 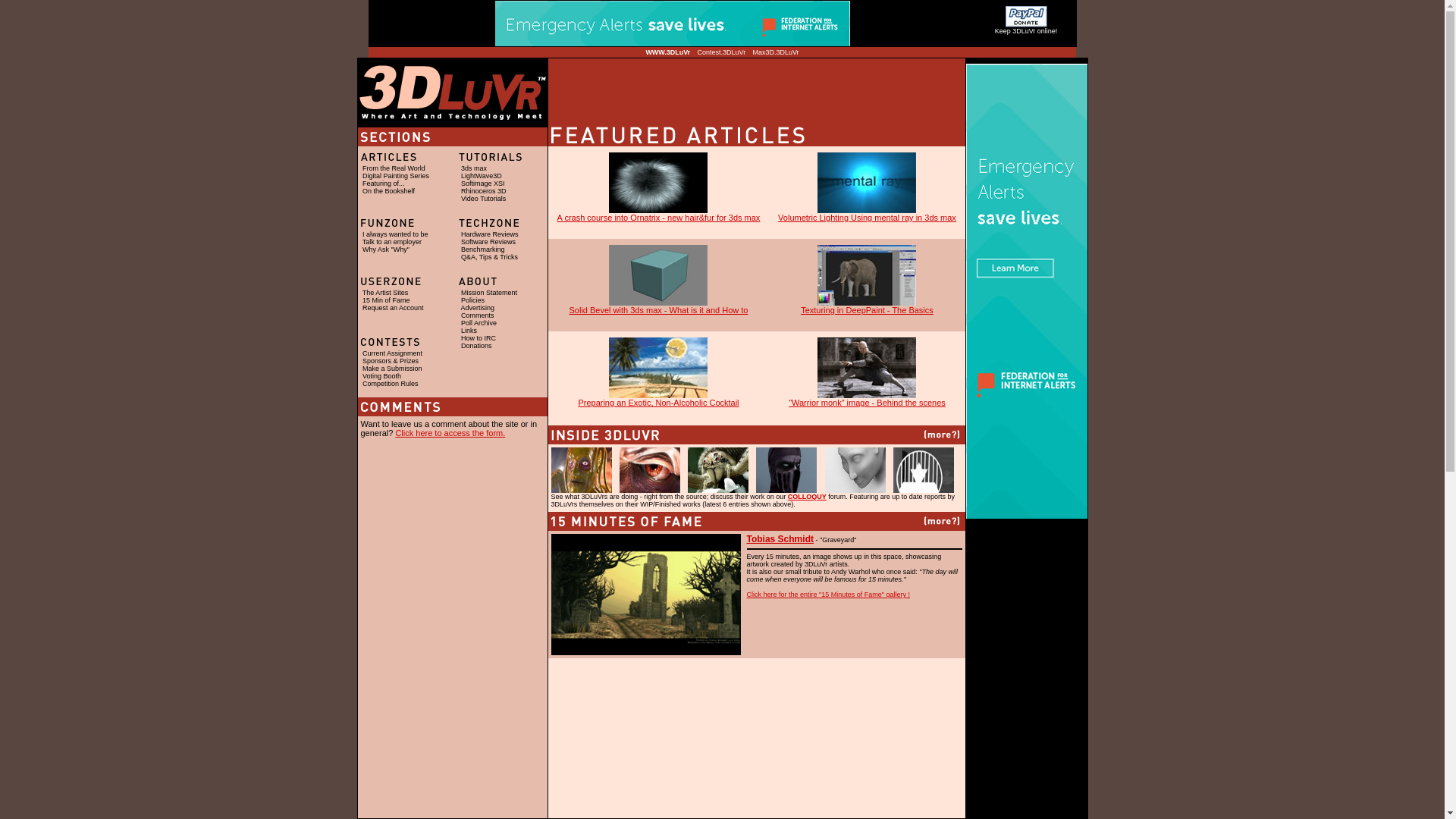 I want to click on 'Software Reviews', so click(x=460, y=241).